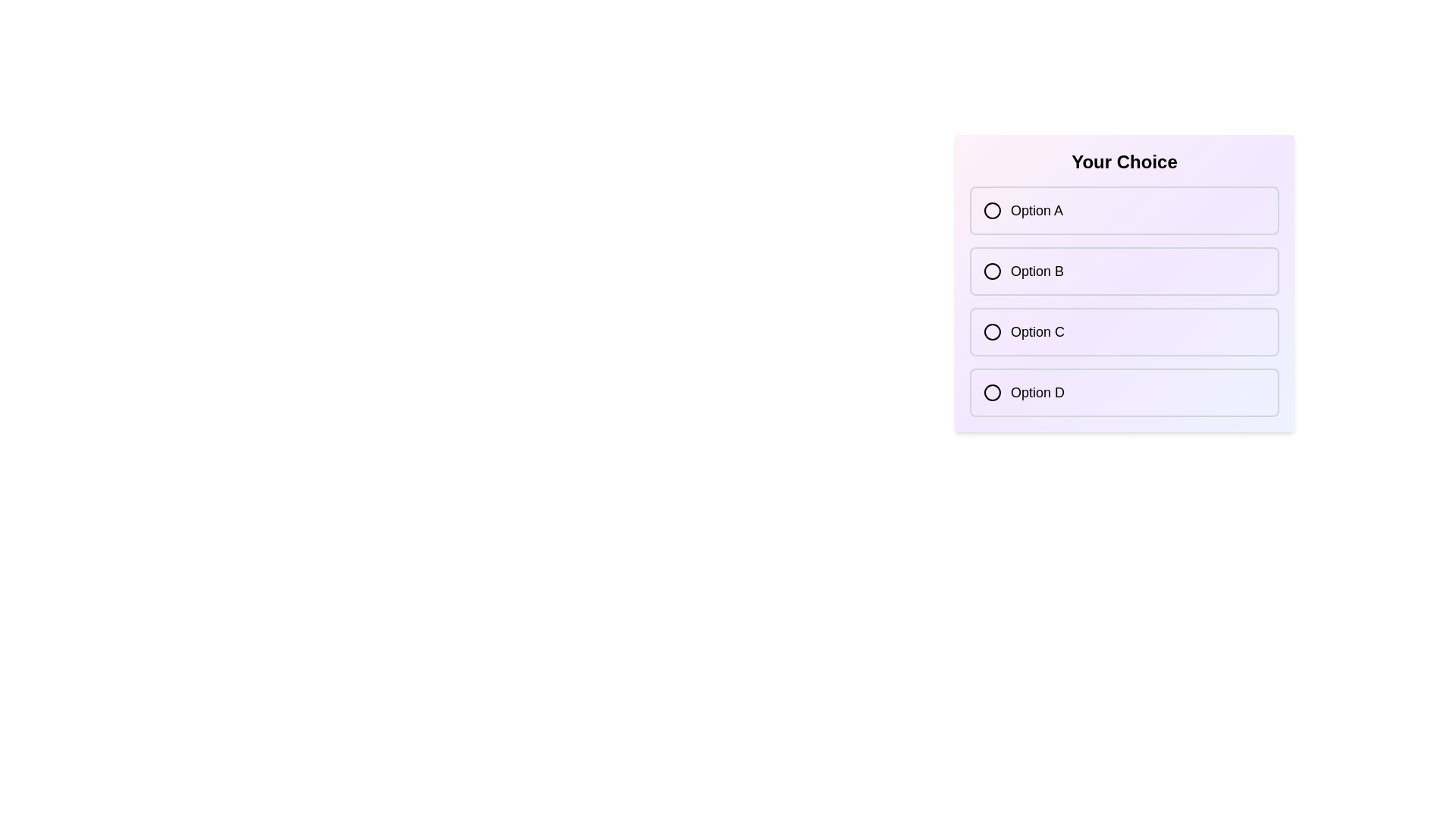 This screenshot has width=1456, height=819. I want to click on the option Option D from the list, so click(1125, 391).